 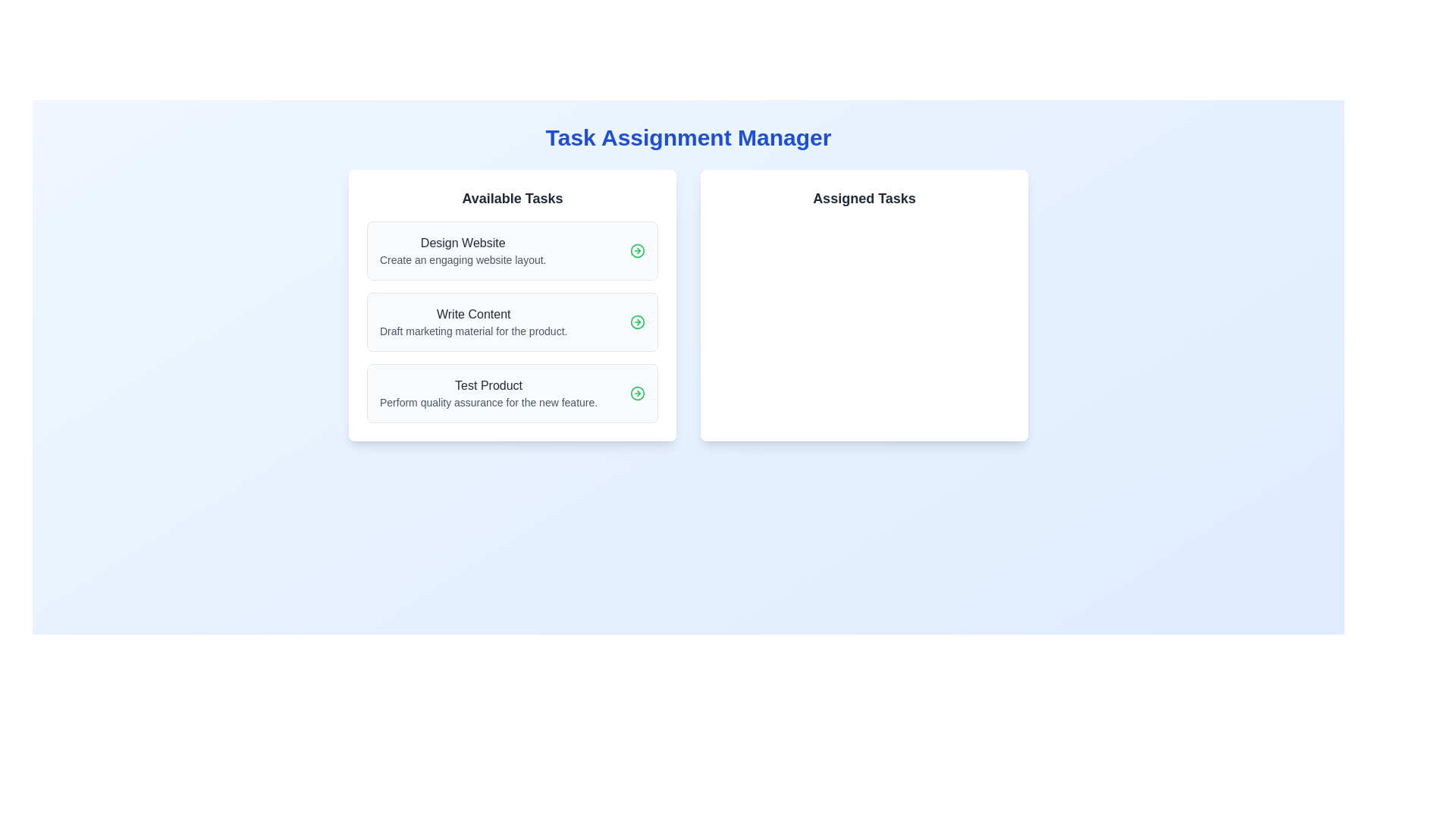 I want to click on the text block displaying 'Test Product', so click(x=488, y=393).